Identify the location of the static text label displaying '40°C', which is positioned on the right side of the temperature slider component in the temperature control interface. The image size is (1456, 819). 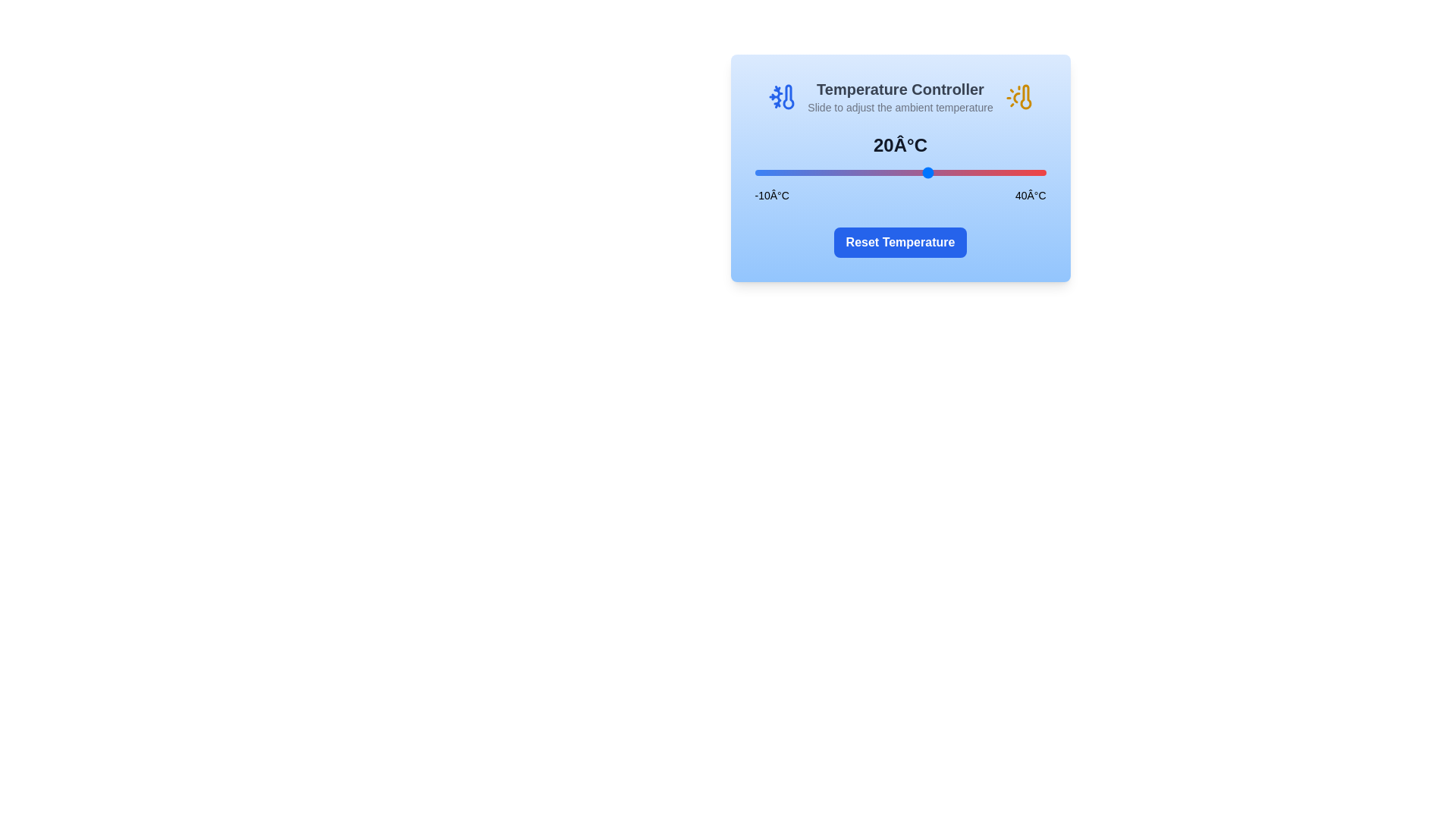
(1031, 195).